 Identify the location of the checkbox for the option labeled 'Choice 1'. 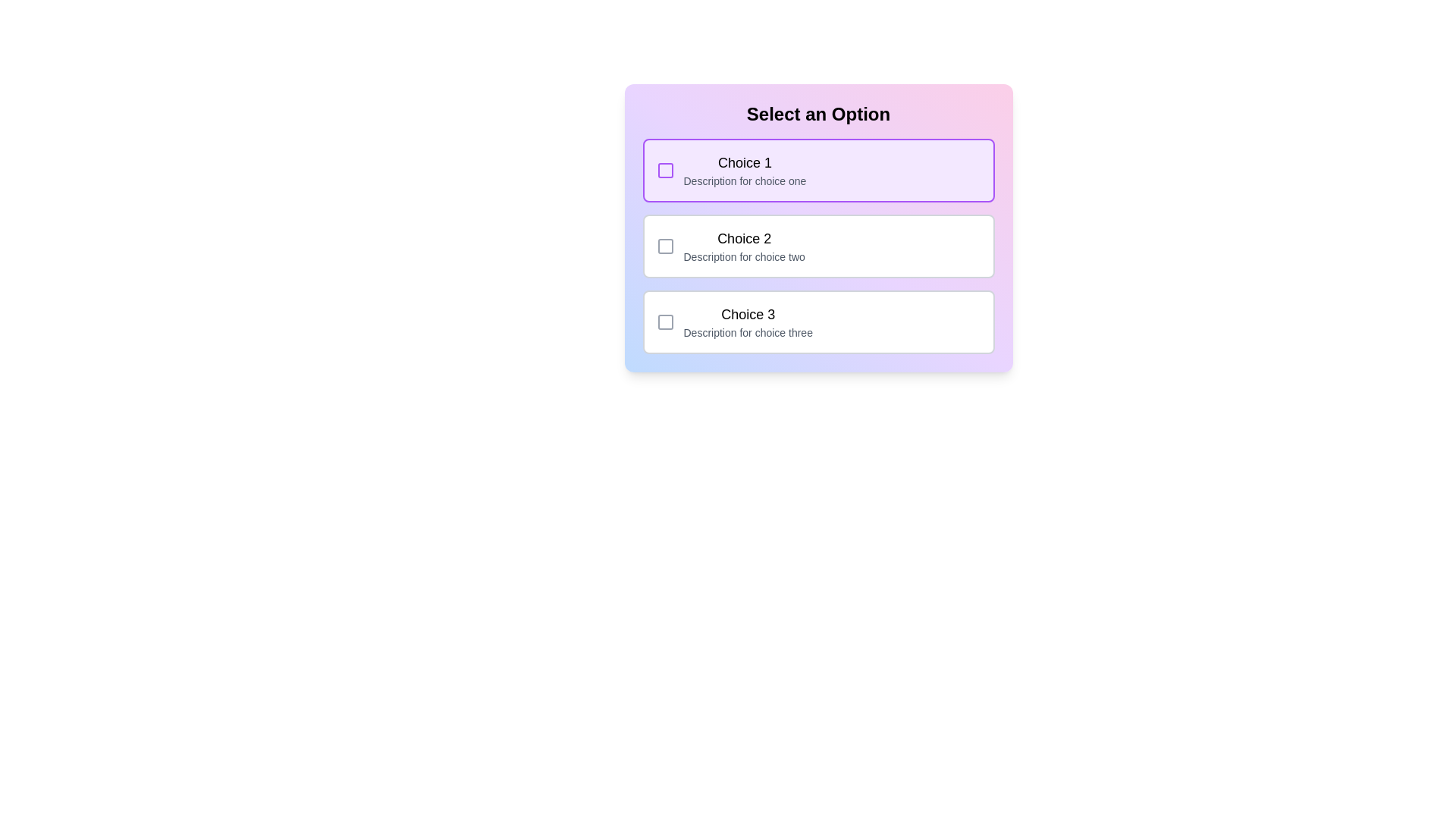
(665, 170).